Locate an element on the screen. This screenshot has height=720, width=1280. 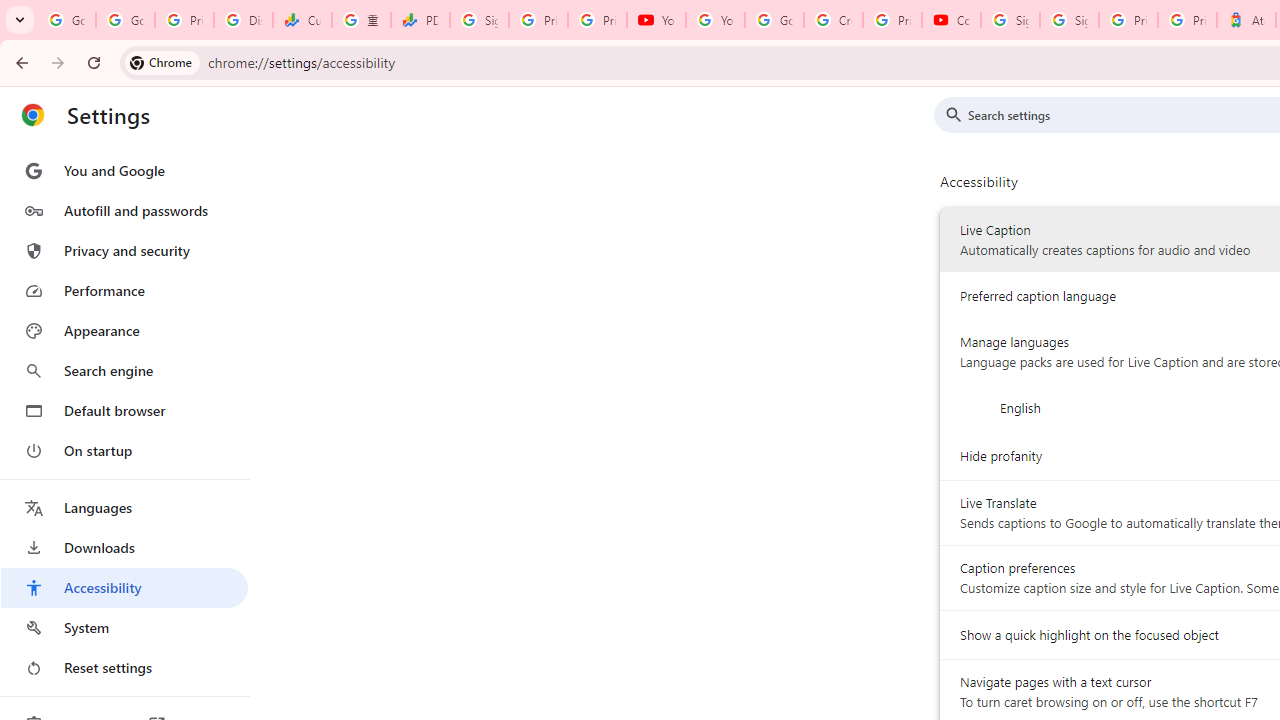
'Search engine' is located at coordinates (123, 371).